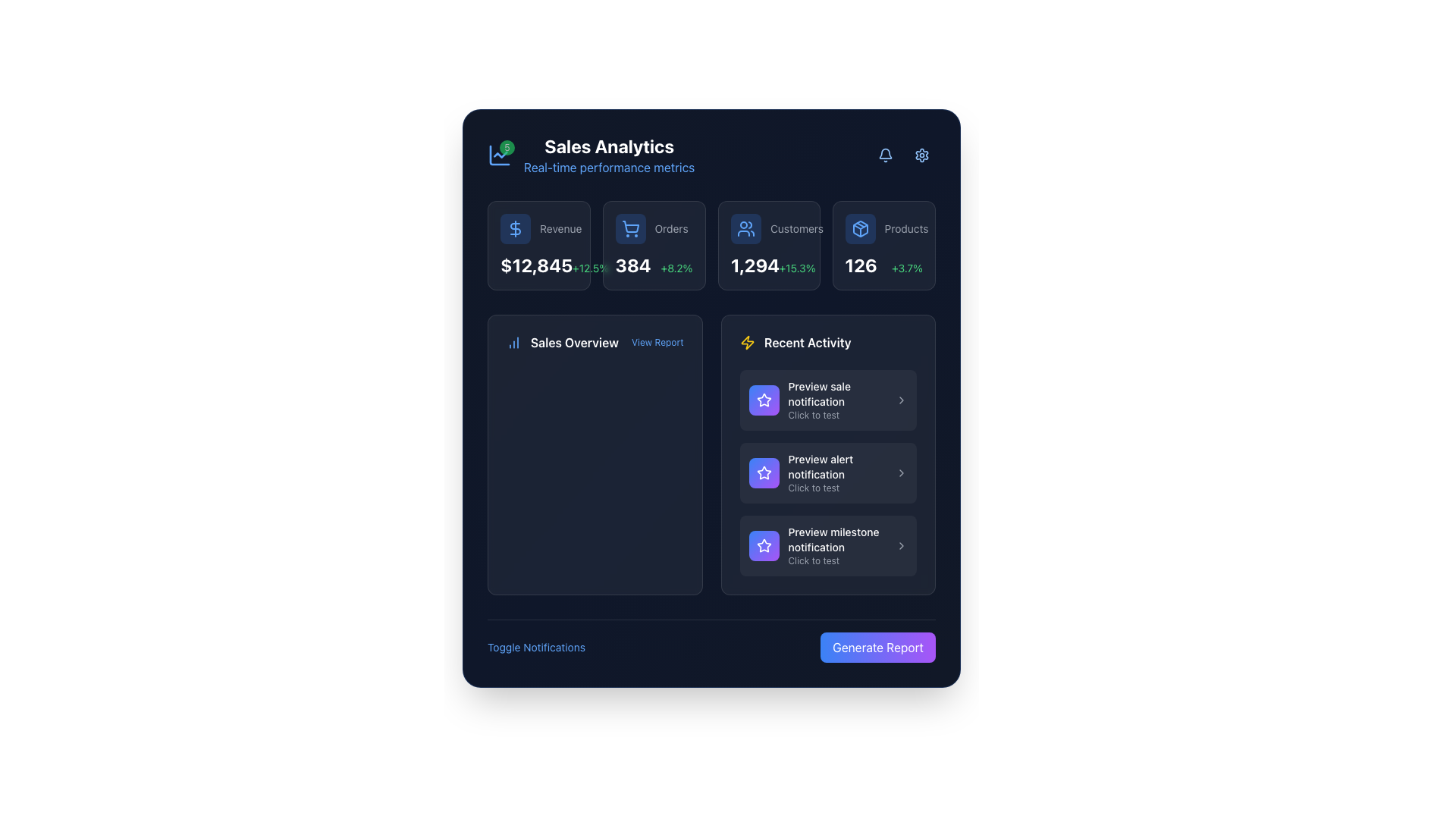 The width and height of the screenshot is (1456, 819). I want to click on the percentage change text label located to the right of the numerical value '126' within the 'Products' section of the dashboard, so click(907, 268).